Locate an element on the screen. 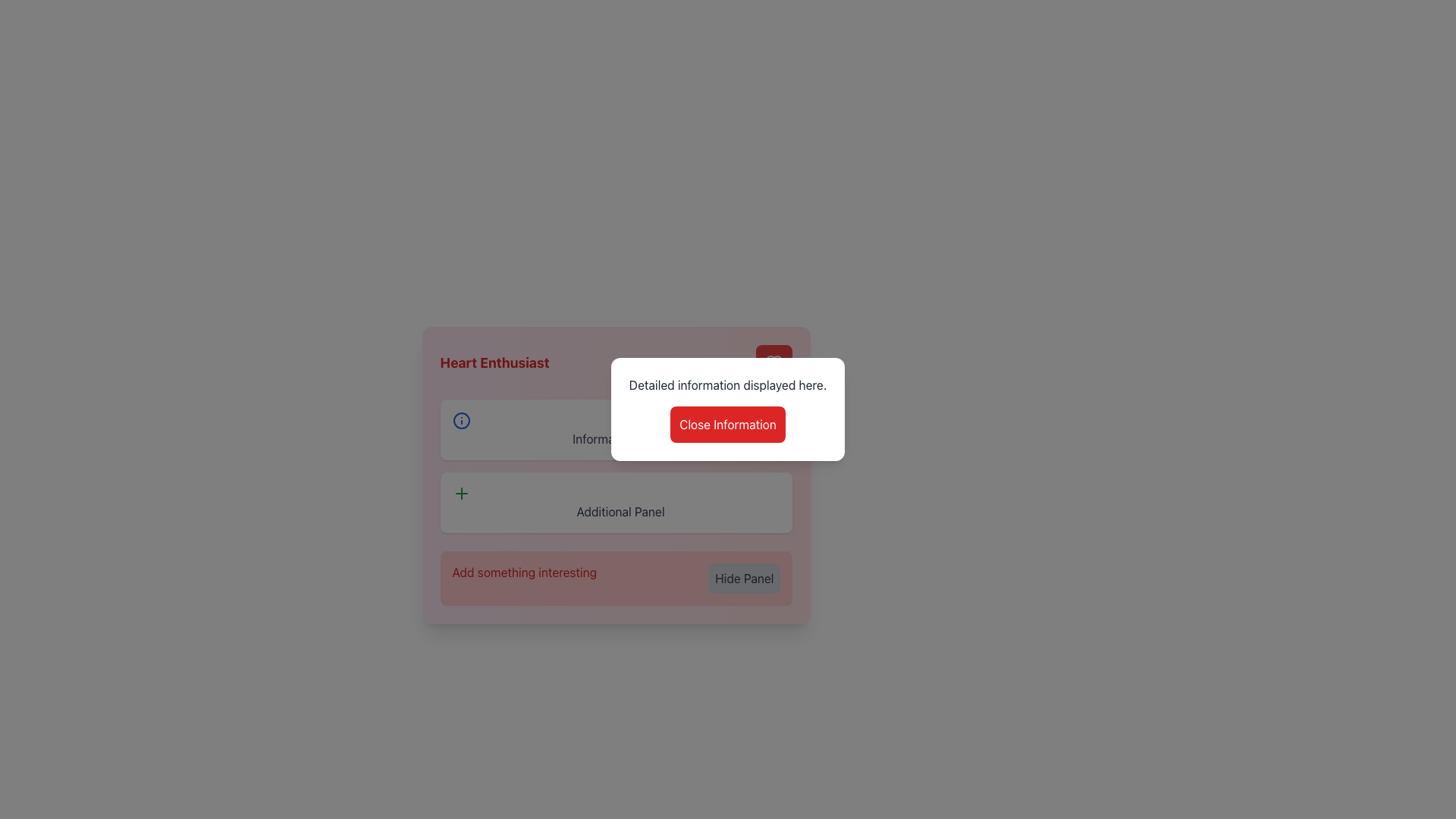 Image resolution: width=1456 pixels, height=819 pixels. the static text element that reads 'Add something interesting', styled in a bold red font and positioned within a light red background panel is located at coordinates (524, 579).